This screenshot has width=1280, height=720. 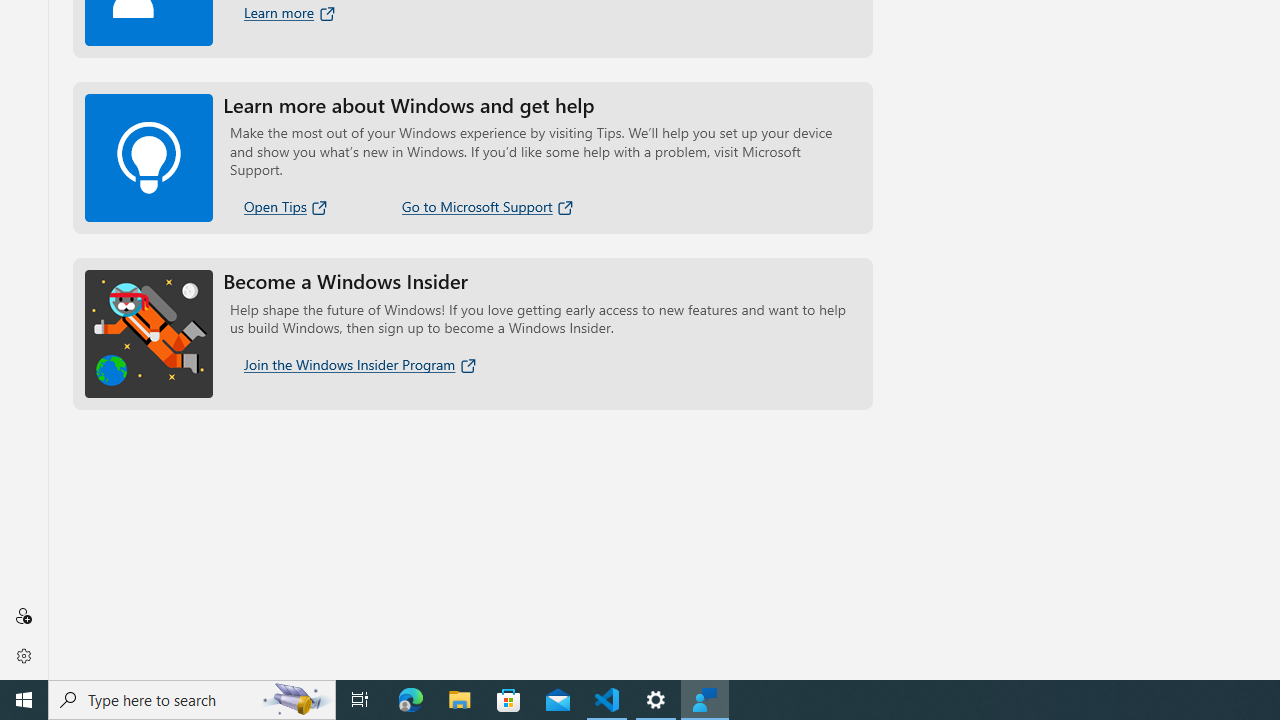 What do you see at coordinates (361, 365) in the screenshot?
I see `'Join the Windows Insider Program'` at bounding box center [361, 365].